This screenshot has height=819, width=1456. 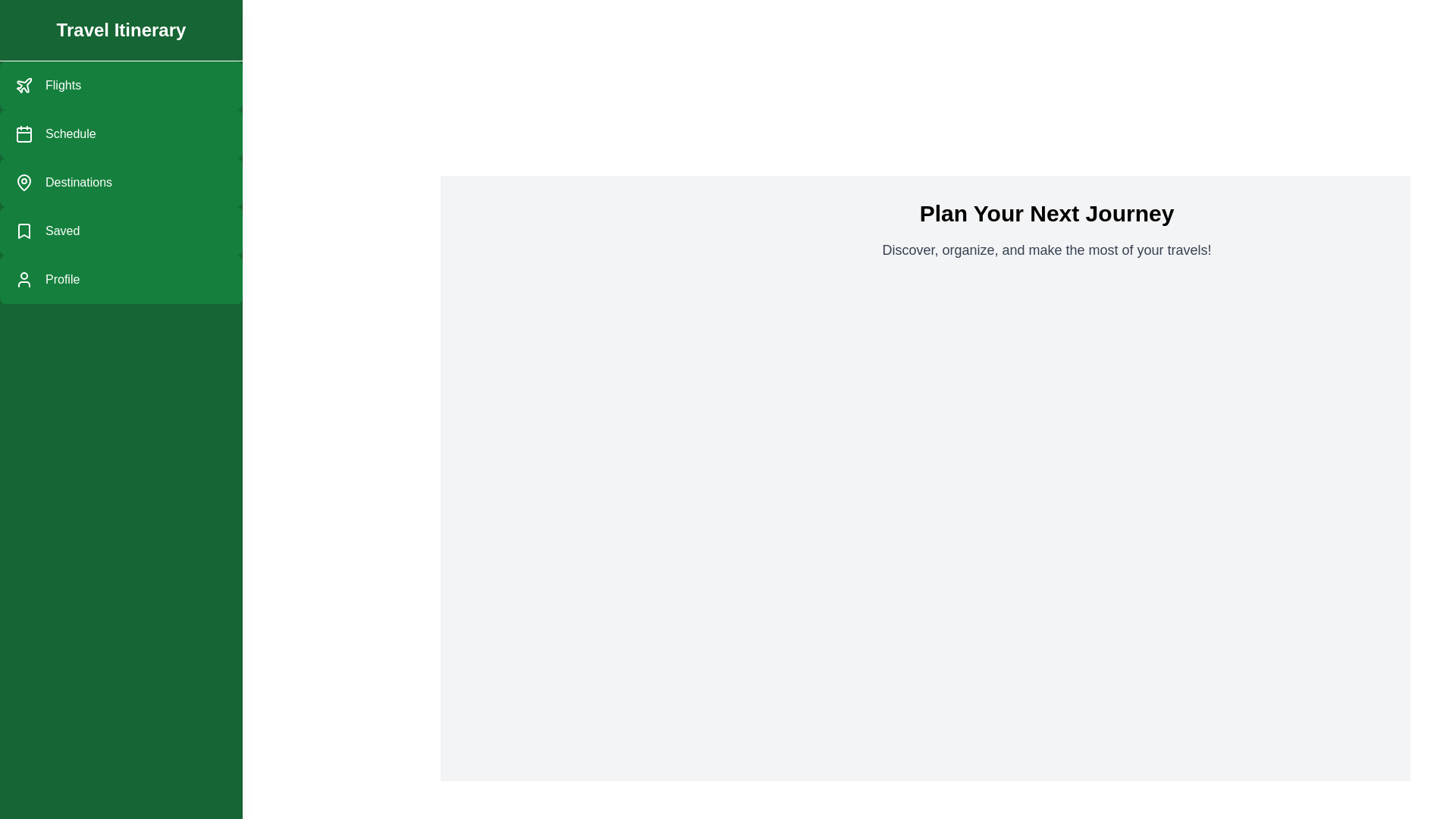 I want to click on the text element that reads 'Discover, organize, and make the most of your travels!', which is located beneath the header 'Plan Your Next Journey', so click(x=1046, y=249).